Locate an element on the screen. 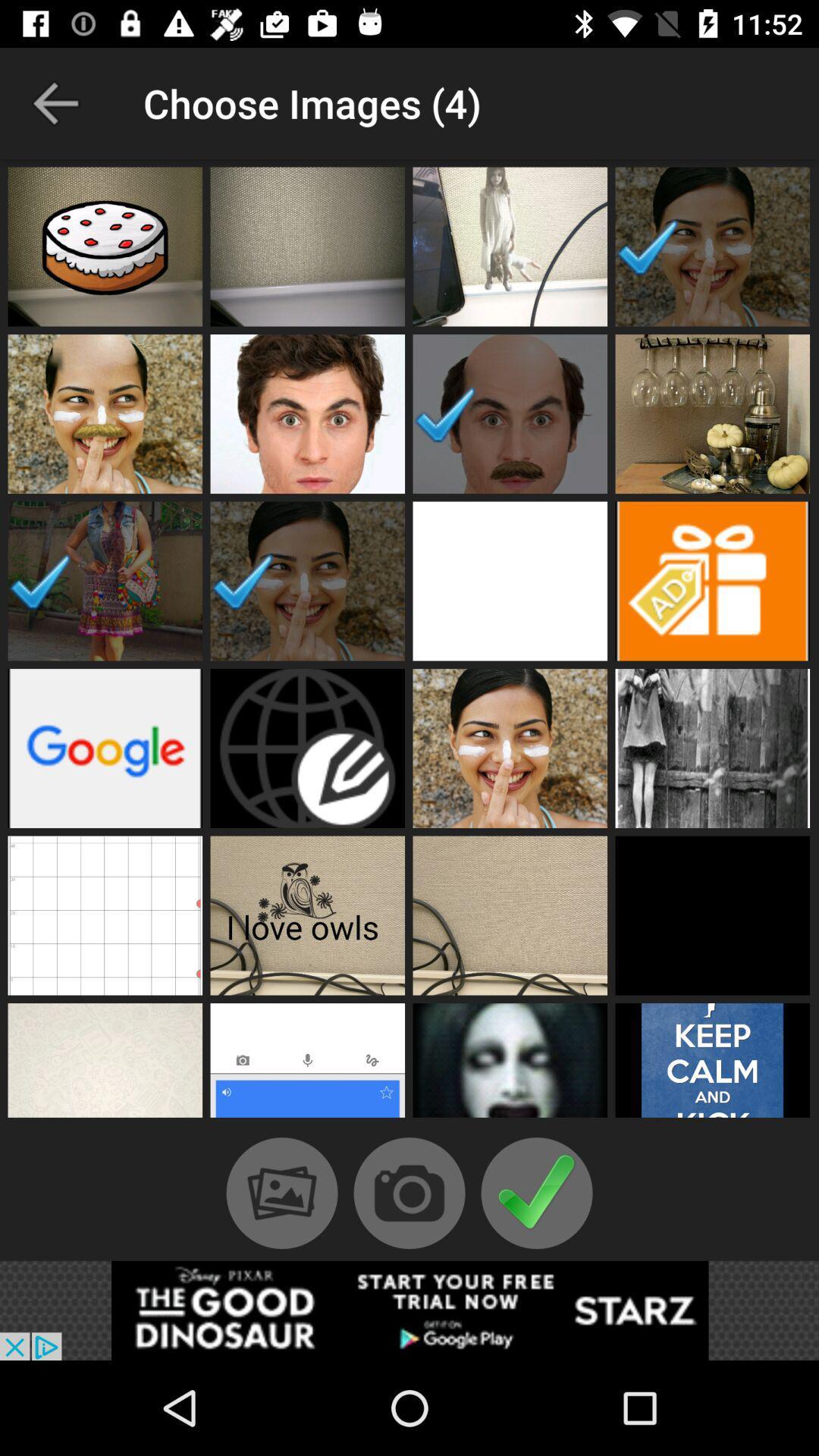 The height and width of the screenshot is (1456, 819). image is located at coordinates (104, 915).